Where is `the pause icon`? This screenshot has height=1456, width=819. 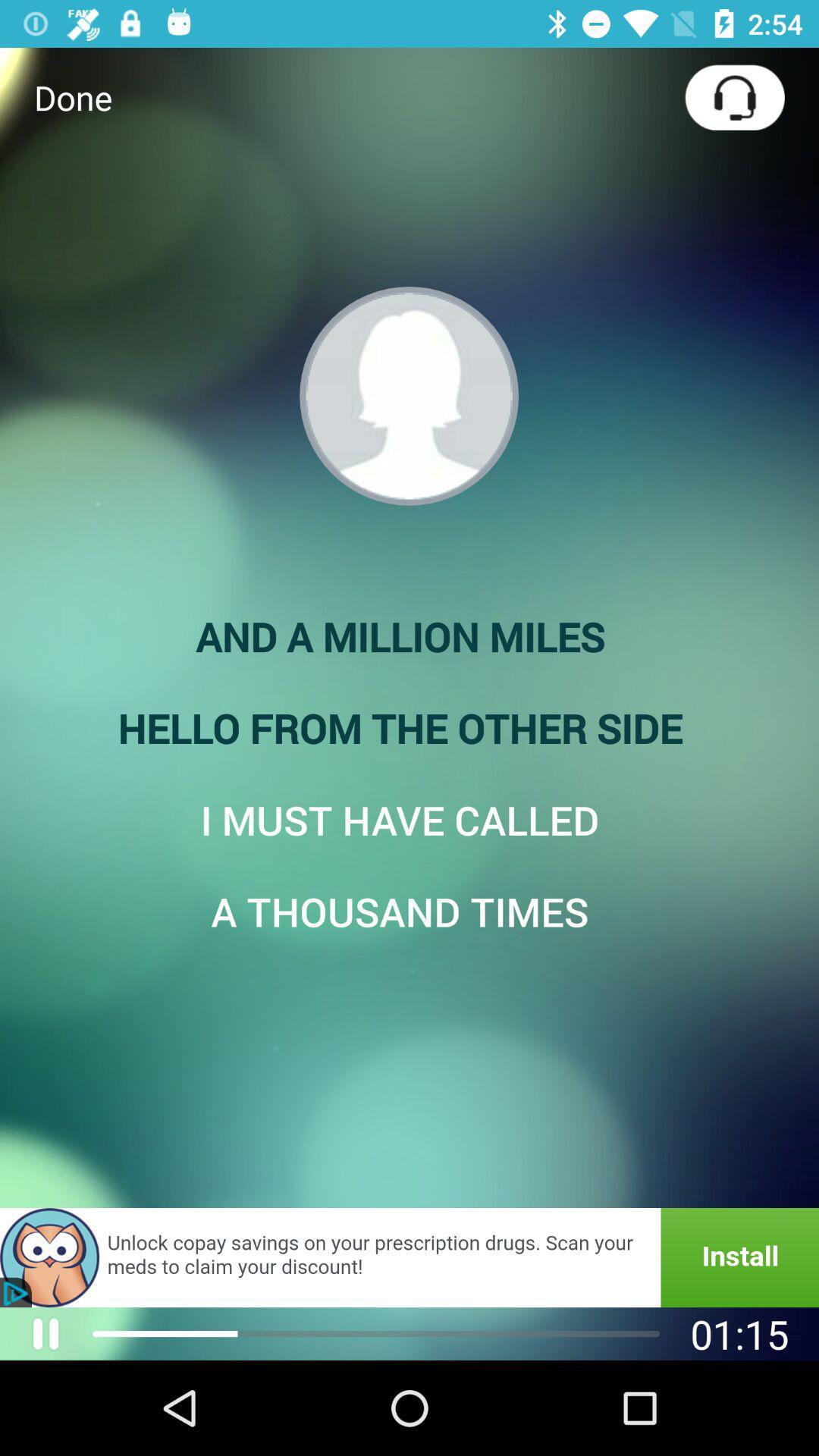
the pause icon is located at coordinates (45, 1333).